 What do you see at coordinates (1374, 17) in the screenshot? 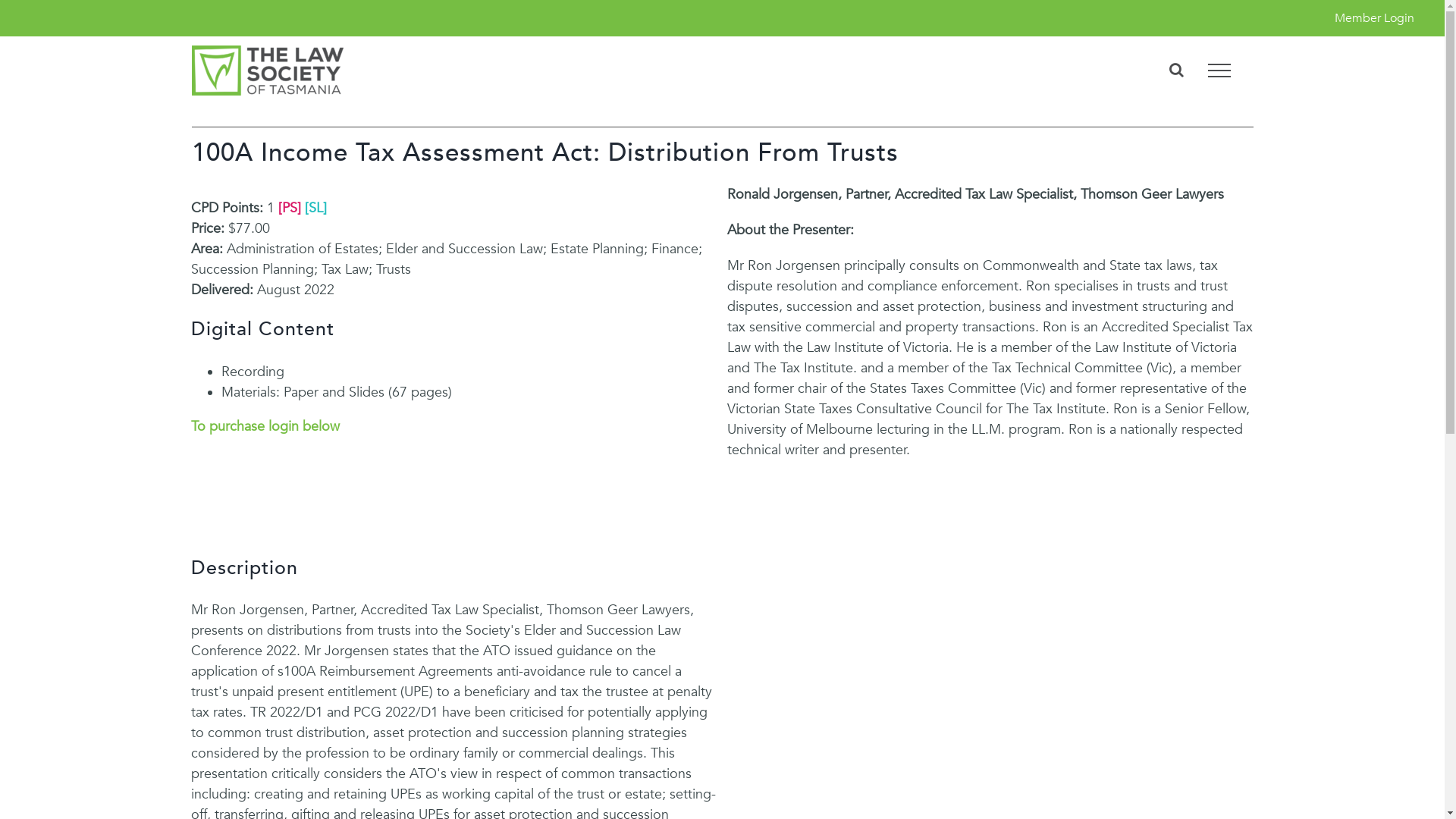
I see `'Member Login'` at bounding box center [1374, 17].